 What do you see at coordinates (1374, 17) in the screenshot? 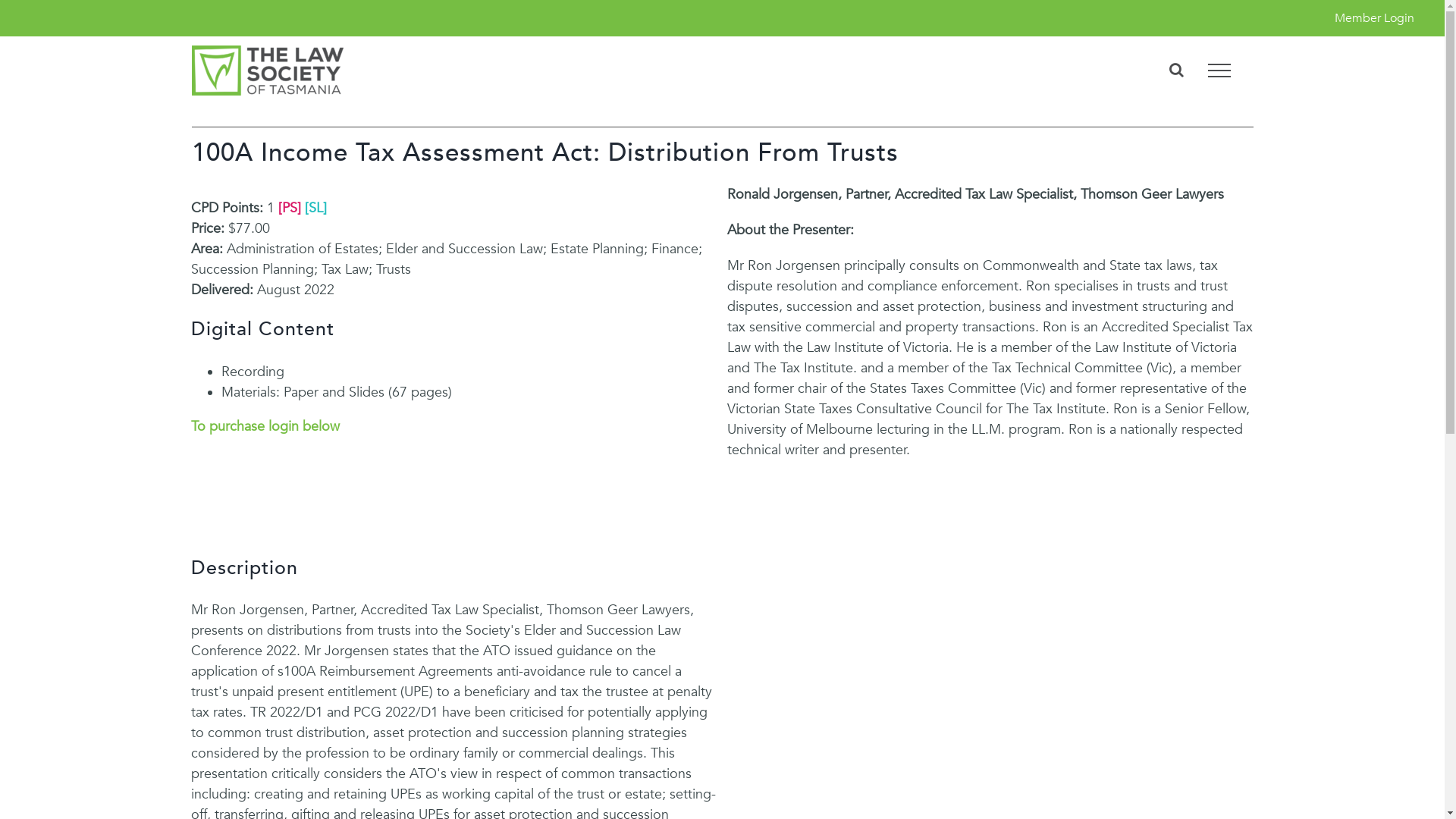
I see `'Member Login'` at bounding box center [1374, 17].